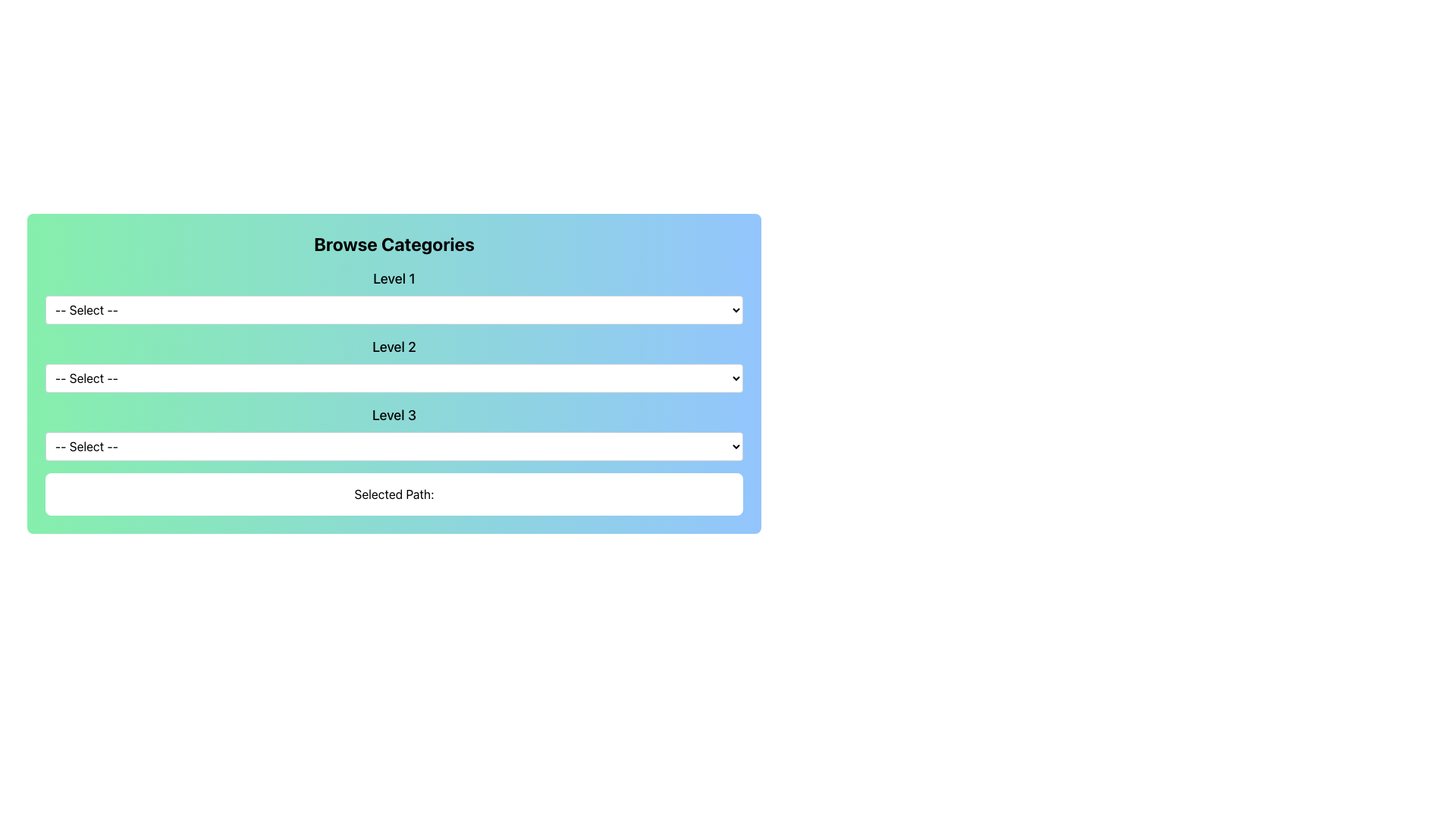 The image size is (1456, 819). Describe the element at coordinates (394, 432) in the screenshot. I see `the 'Level 3' dropdown menu` at that location.